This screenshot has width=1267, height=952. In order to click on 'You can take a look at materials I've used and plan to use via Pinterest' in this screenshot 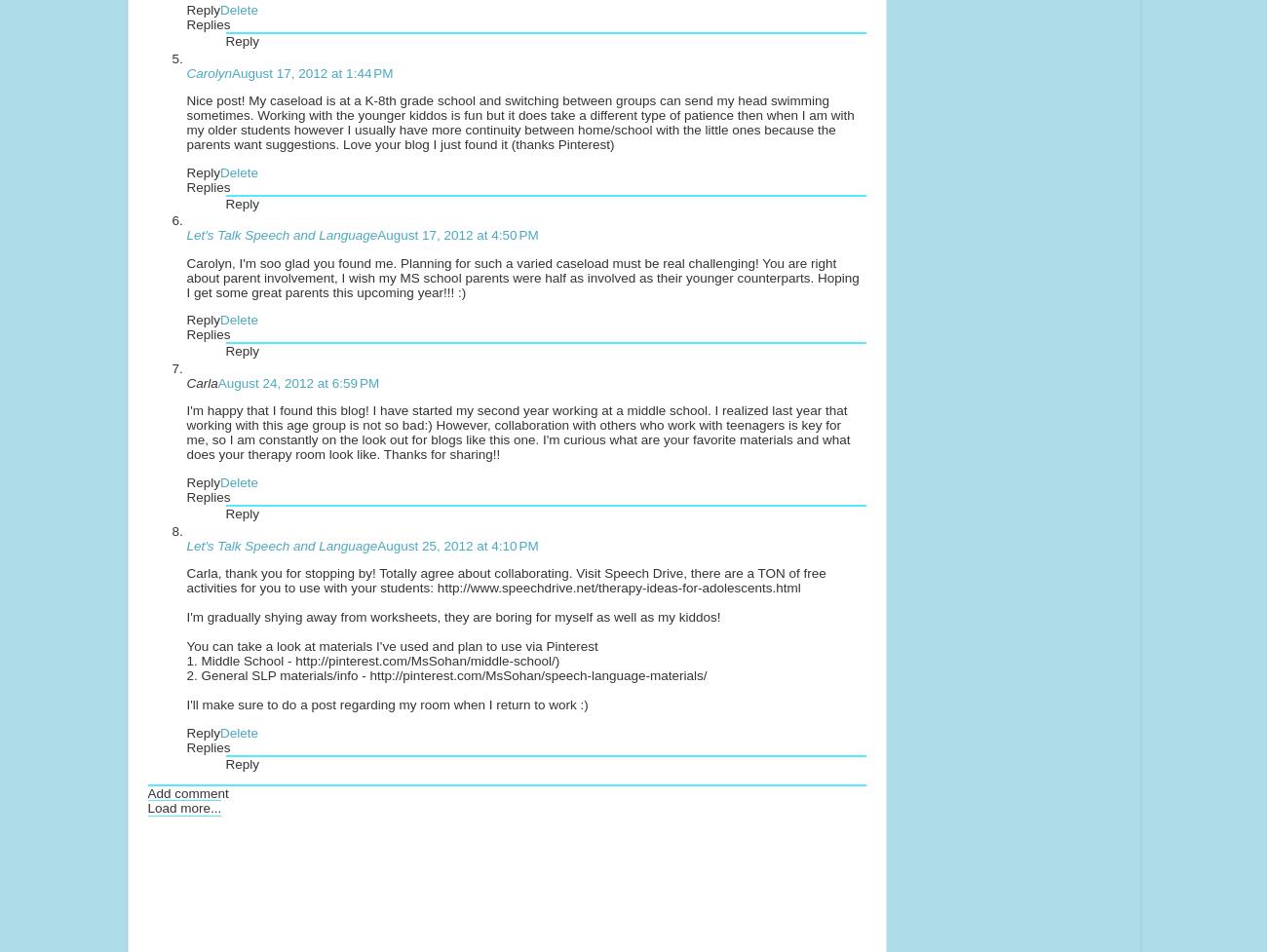, I will do `click(391, 646)`.